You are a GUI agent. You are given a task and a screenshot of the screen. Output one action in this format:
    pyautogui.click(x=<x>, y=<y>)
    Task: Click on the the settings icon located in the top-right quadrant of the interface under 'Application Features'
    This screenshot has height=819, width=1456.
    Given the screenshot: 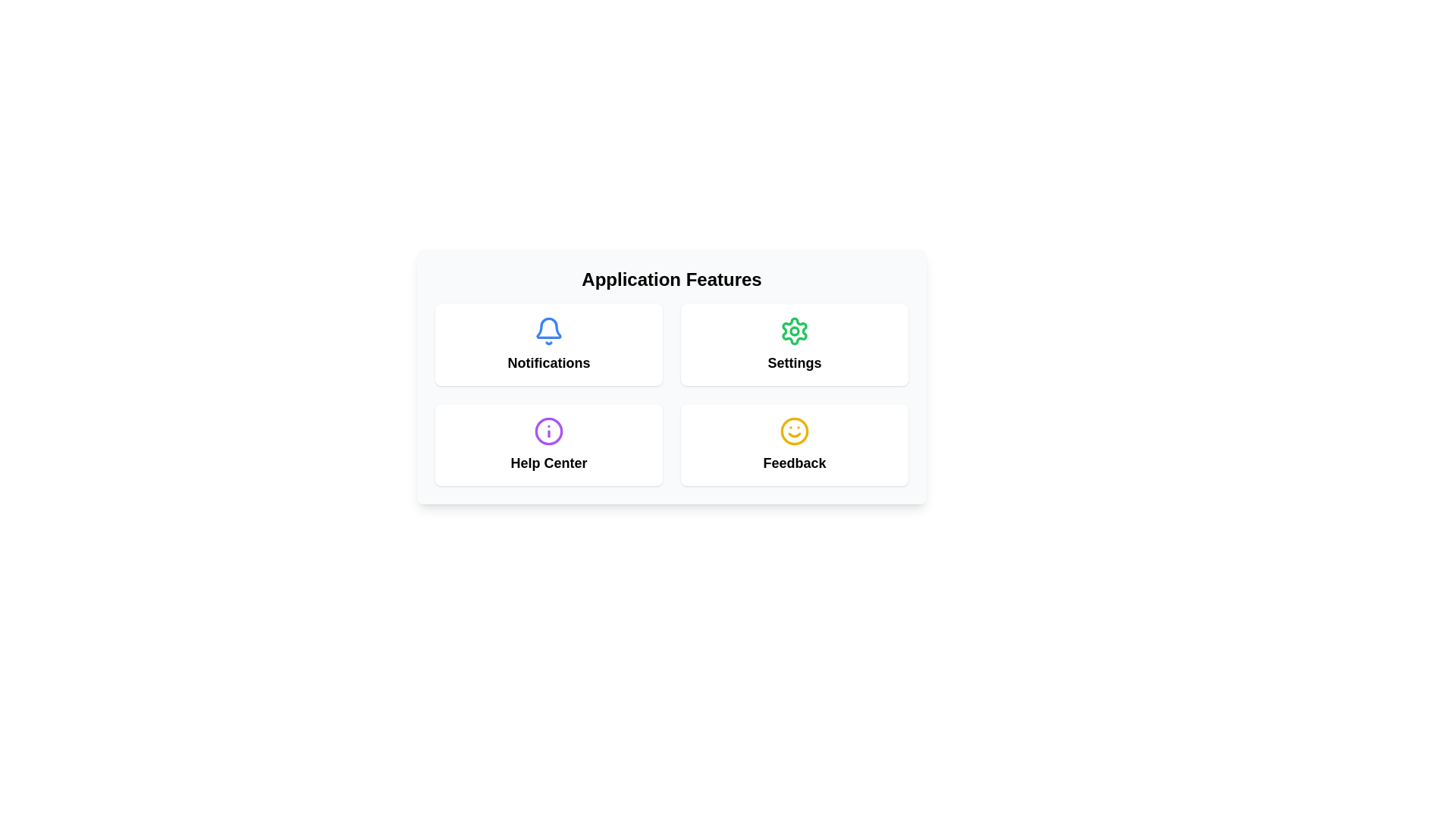 What is the action you would take?
    pyautogui.click(x=793, y=330)
    